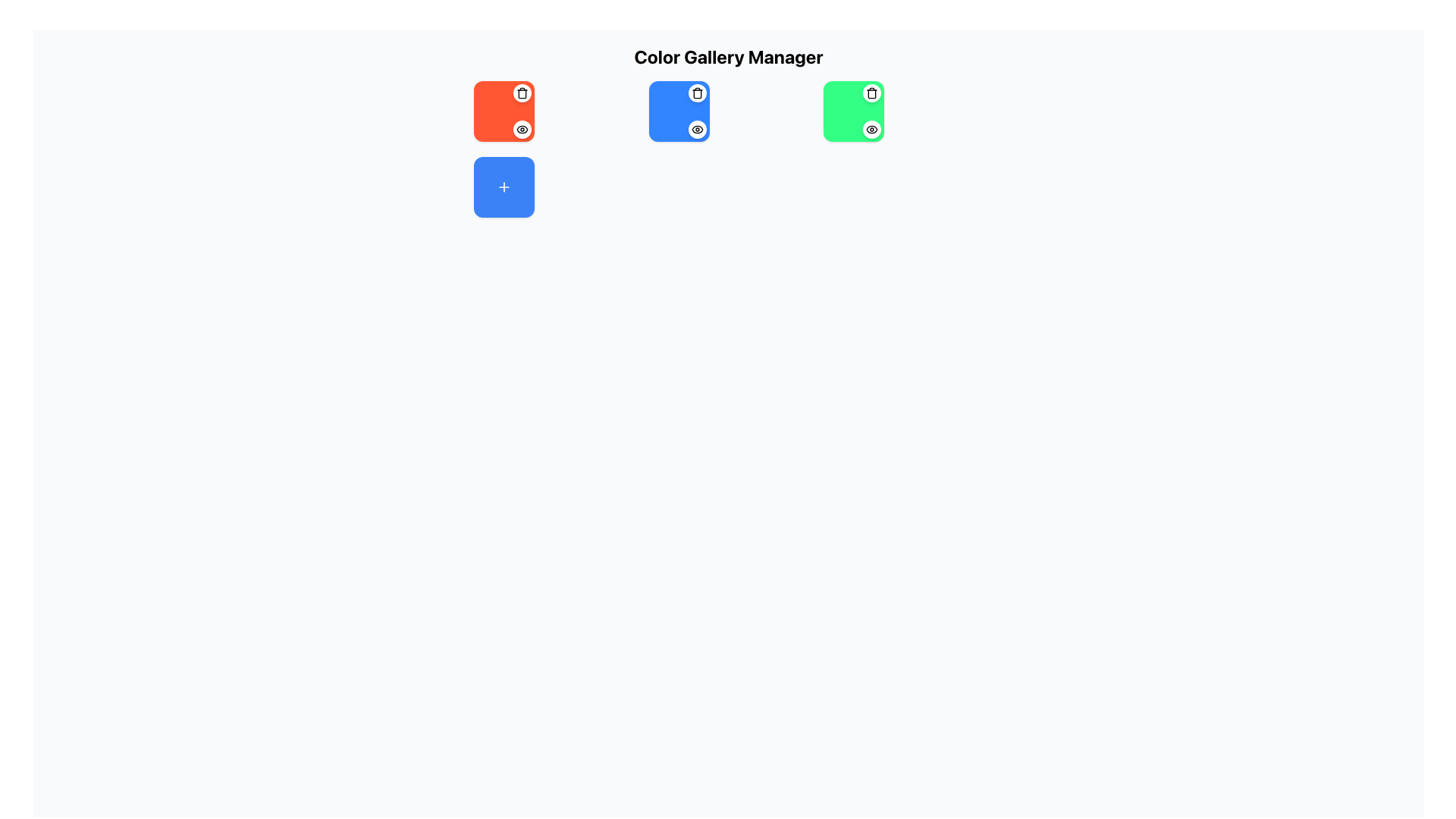  Describe the element at coordinates (696, 128) in the screenshot. I see `the visibility toggle icon located in the bottom-right corner of the blue square card` at that location.